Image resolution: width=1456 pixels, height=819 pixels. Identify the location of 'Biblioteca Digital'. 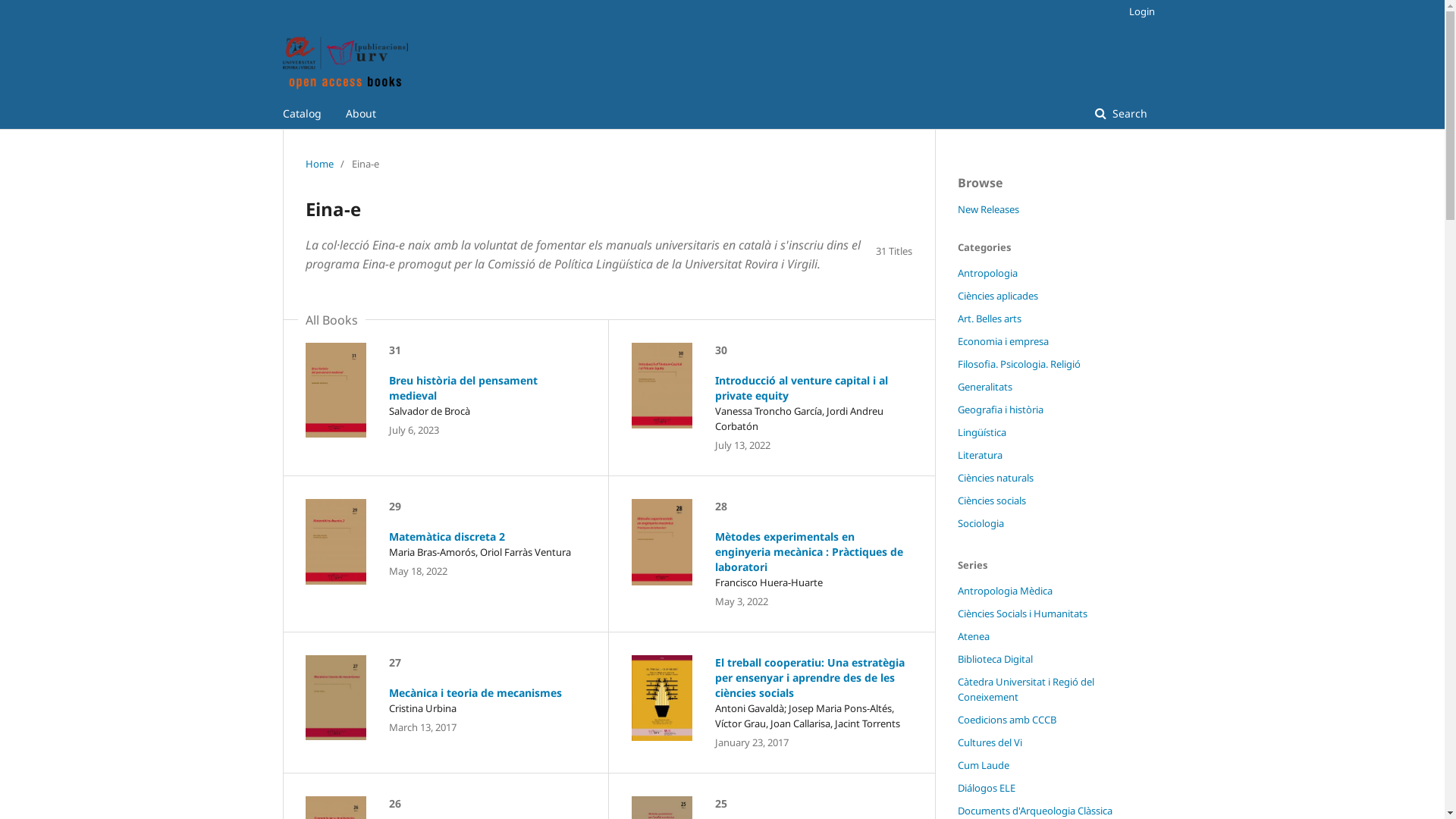
(994, 657).